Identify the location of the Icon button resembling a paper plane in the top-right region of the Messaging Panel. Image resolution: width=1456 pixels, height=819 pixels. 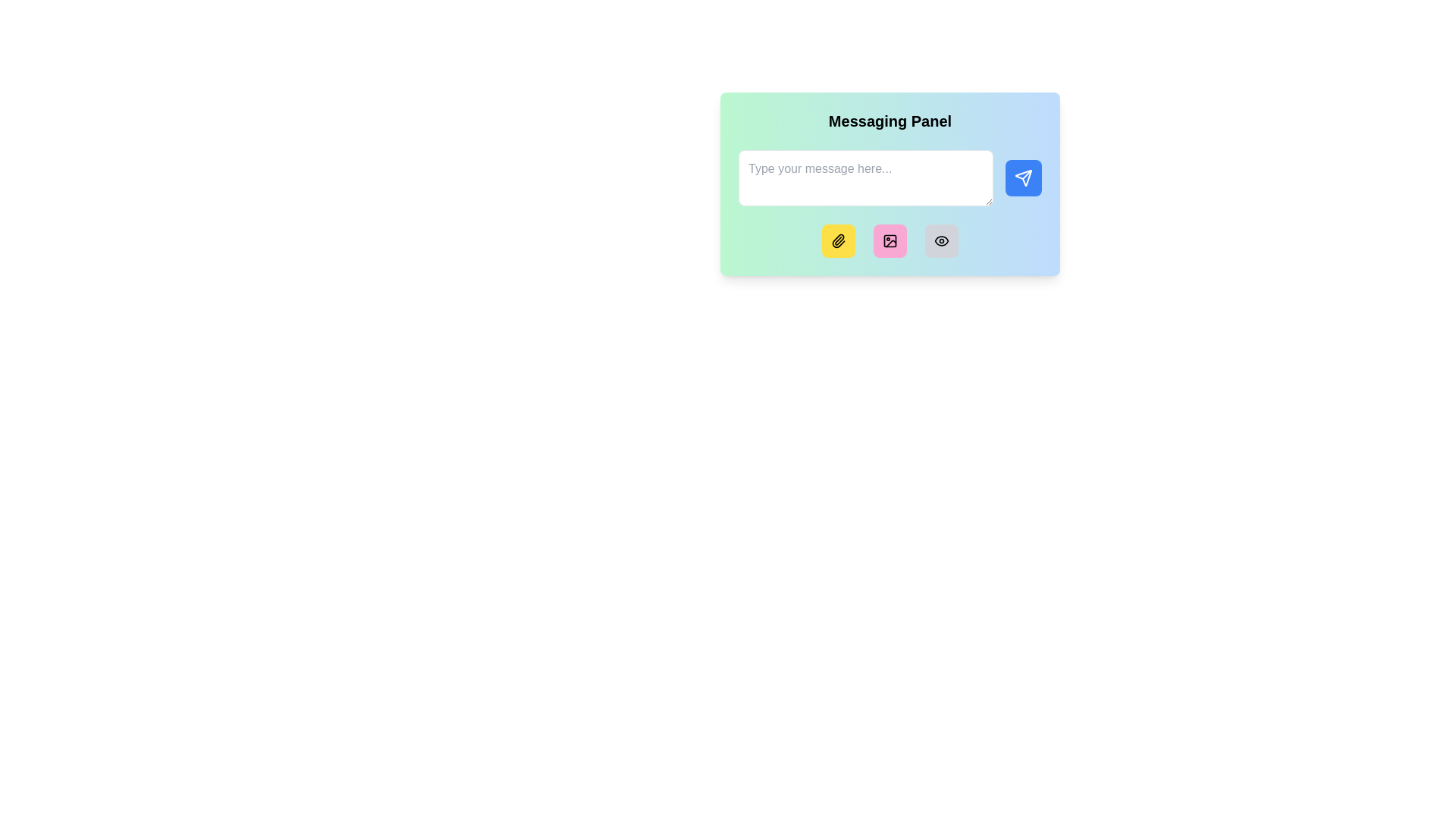
(1023, 177).